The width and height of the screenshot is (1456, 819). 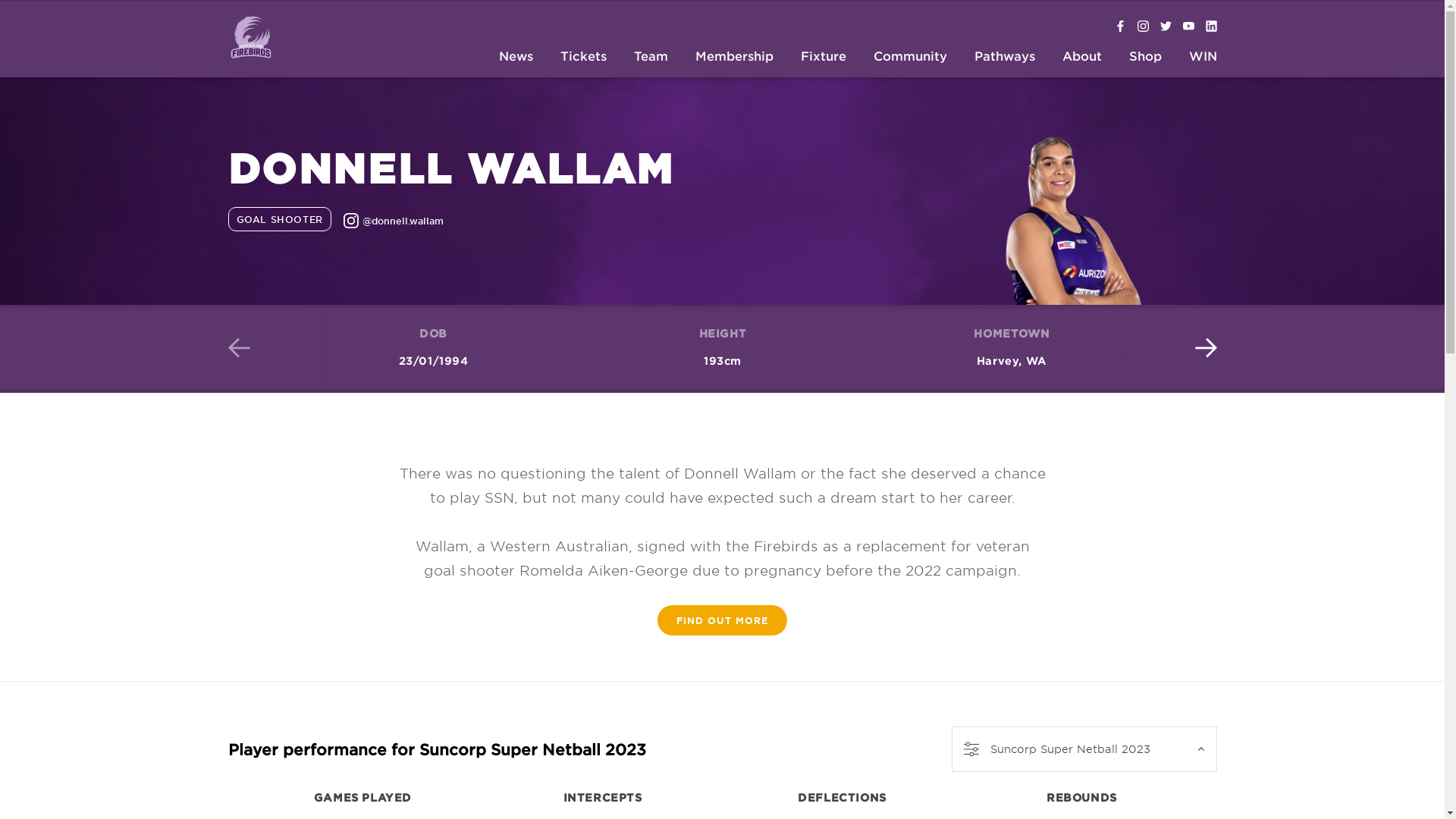 What do you see at coordinates (1083, 748) in the screenshot?
I see `'Suncorp Super Netball 2023'` at bounding box center [1083, 748].